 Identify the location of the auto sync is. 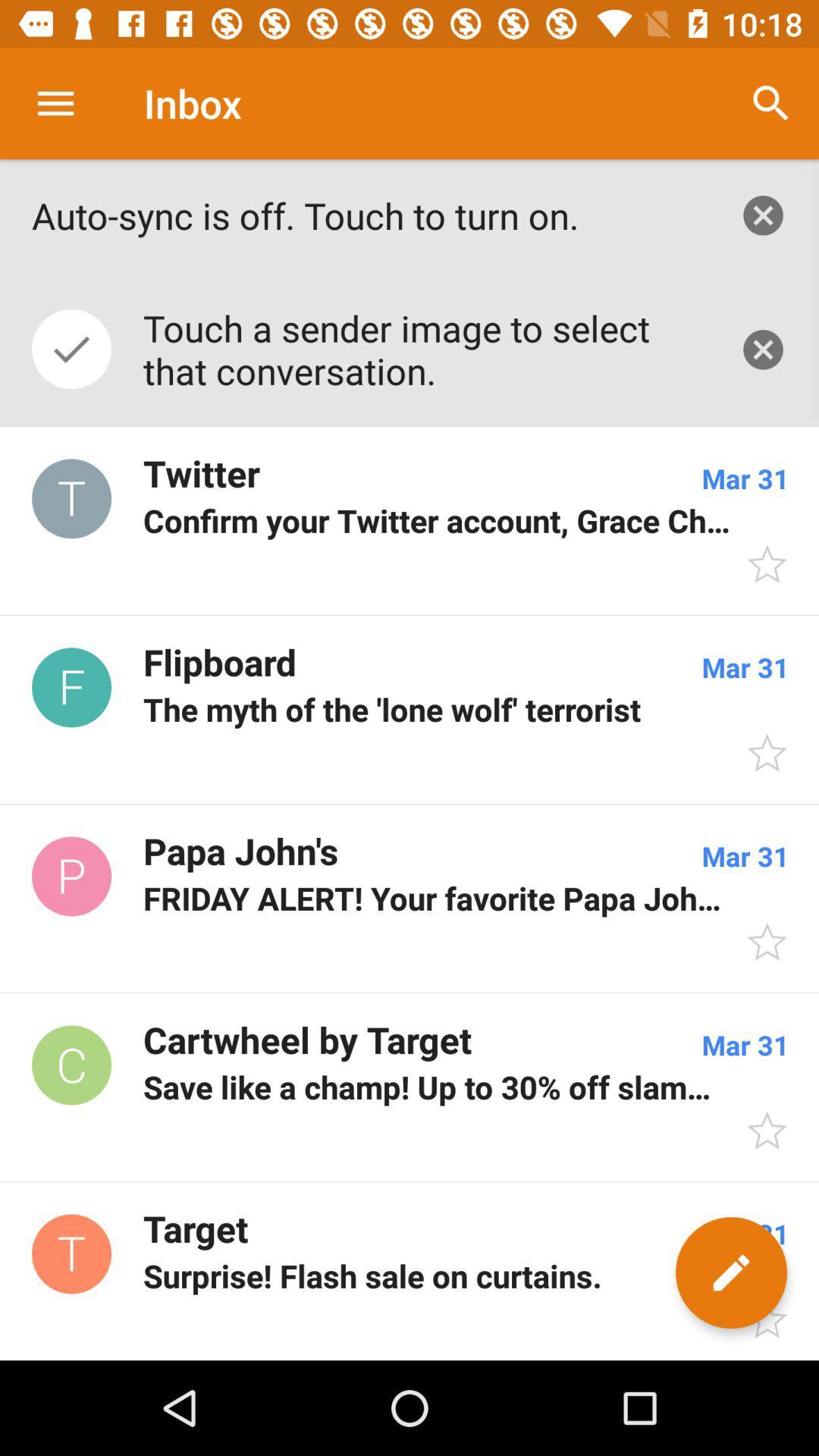
(369, 215).